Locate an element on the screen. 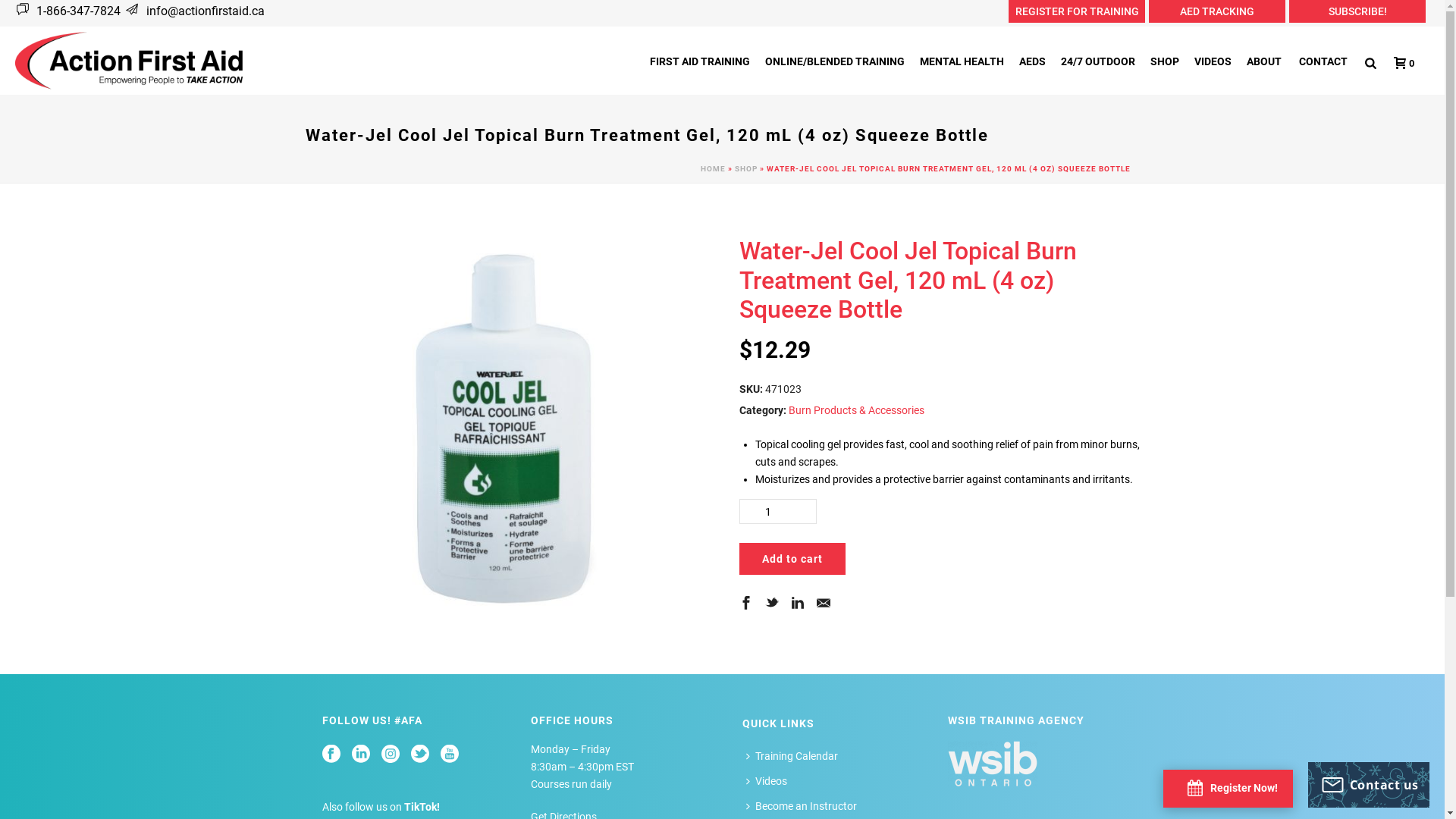 This screenshot has height=819, width=1456. 'Burn Products & Accessories' is located at coordinates (789, 409).